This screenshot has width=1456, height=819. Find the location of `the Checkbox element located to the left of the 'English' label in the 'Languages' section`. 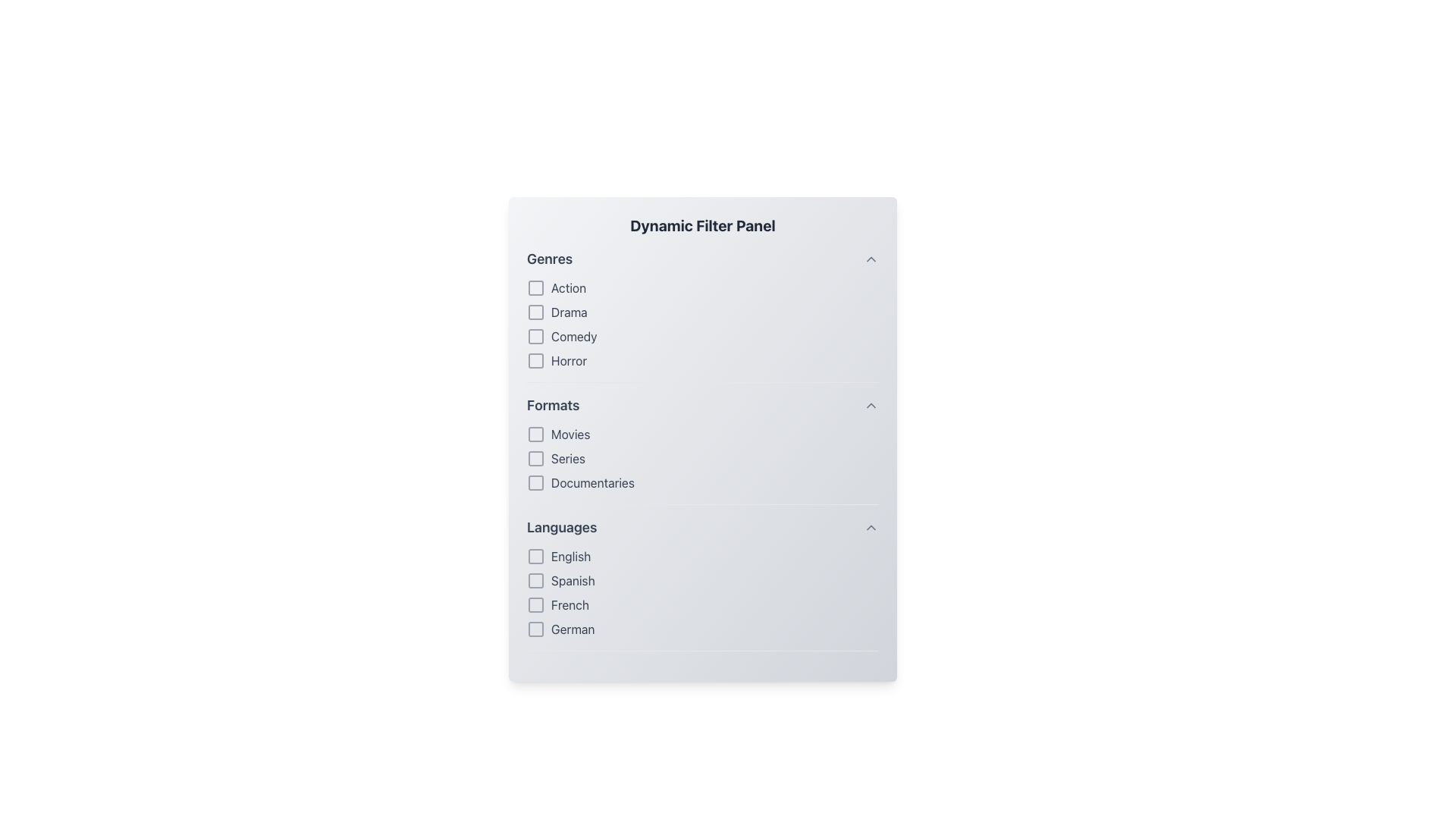

the Checkbox element located to the left of the 'English' label in the 'Languages' section is located at coordinates (535, 556).